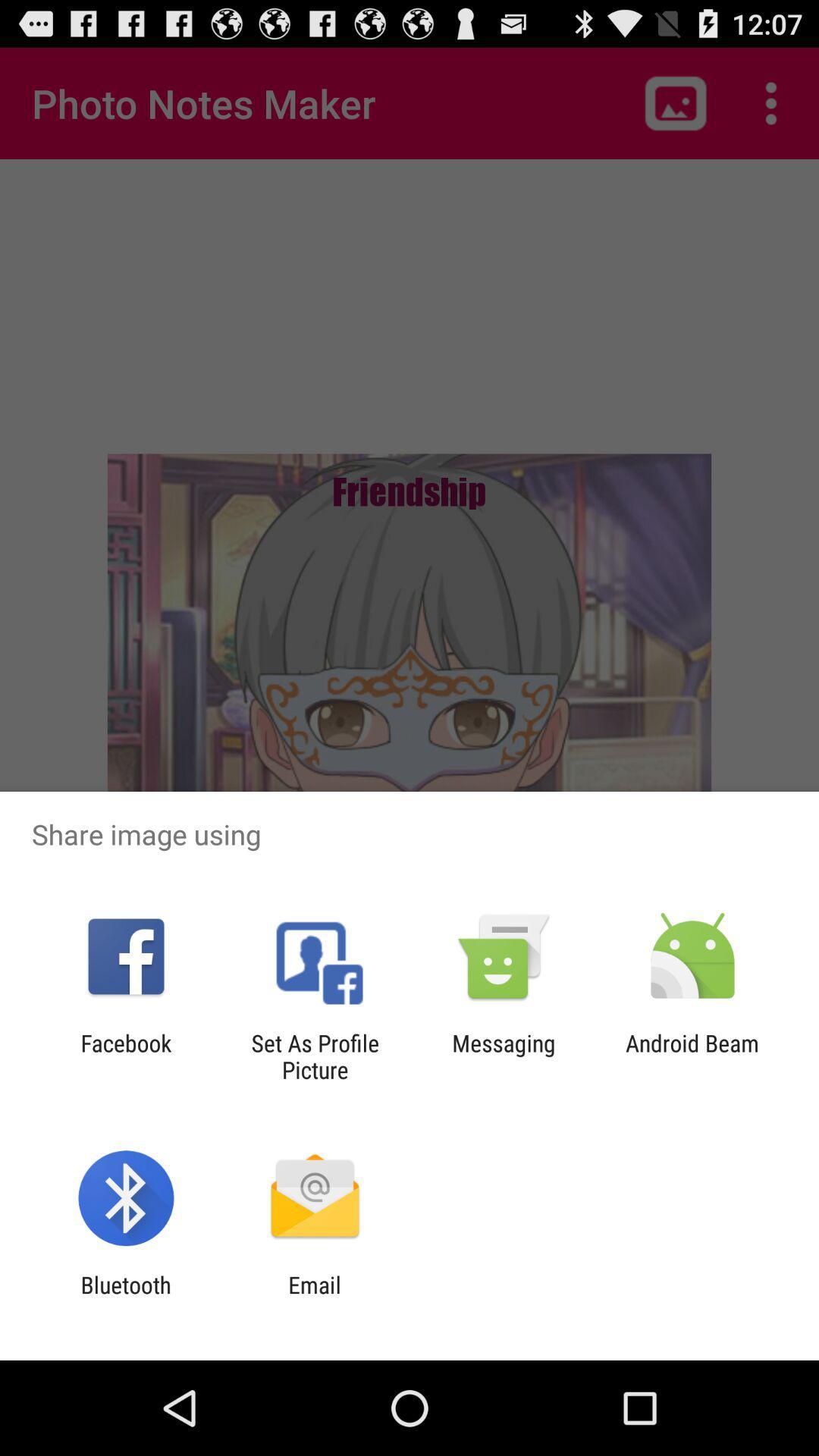  I want to click on the messaging app, so click(504, 1056).